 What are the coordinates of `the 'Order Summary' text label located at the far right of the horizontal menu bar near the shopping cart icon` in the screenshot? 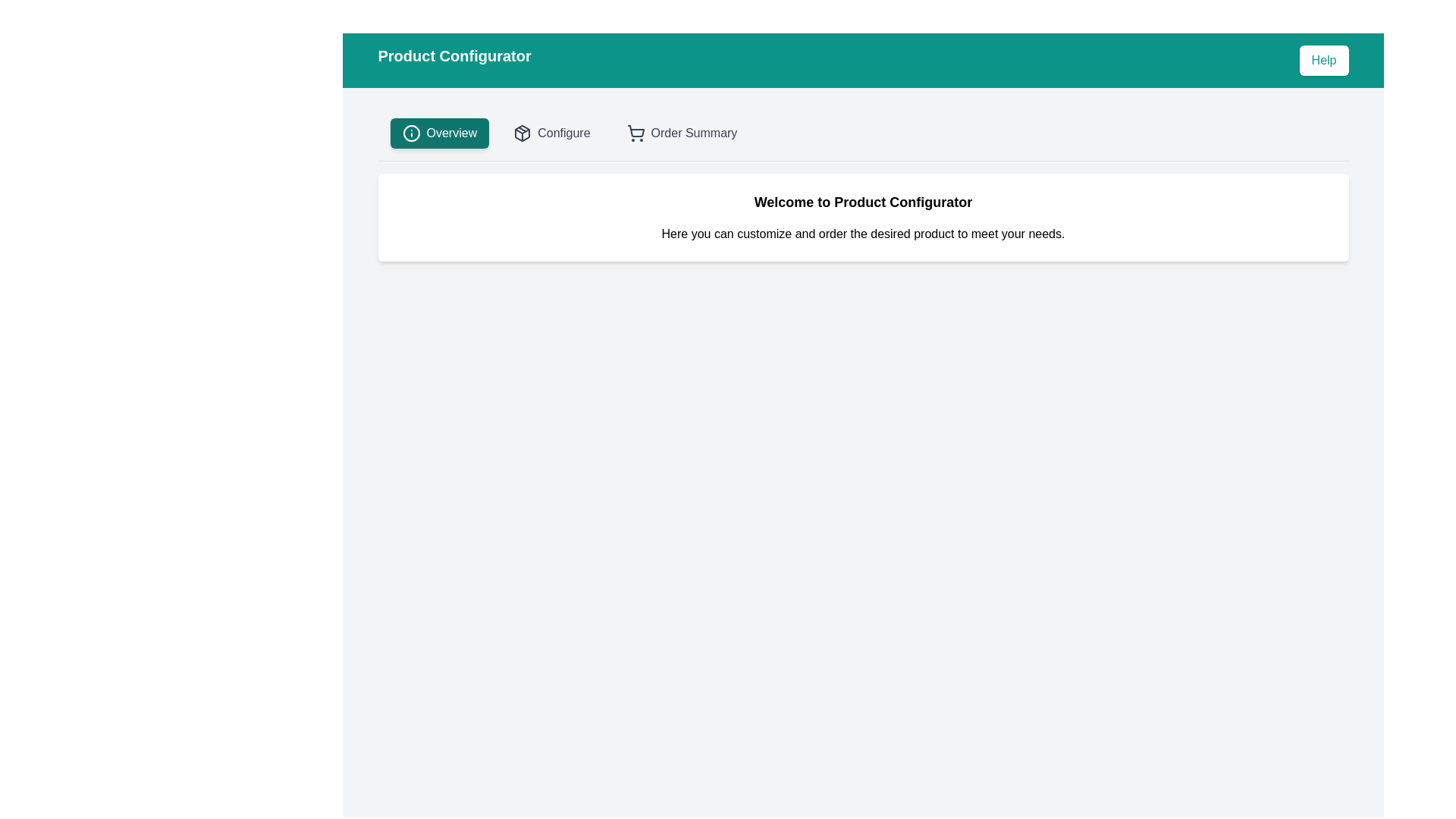 It's located at (693, 133).